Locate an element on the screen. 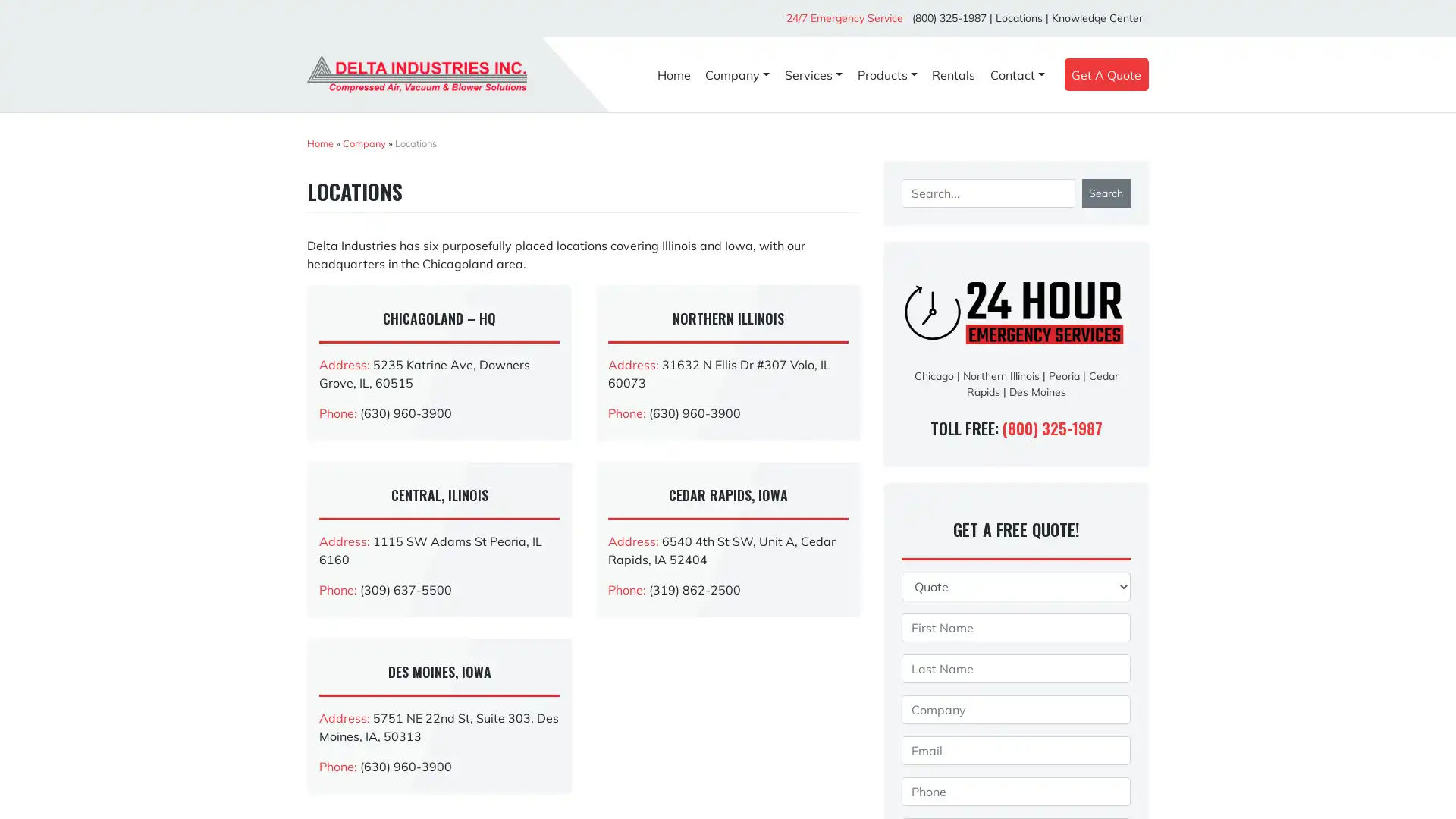 This screenshot has height=819, width=1456. Search is located at coordinates (1106, 192).